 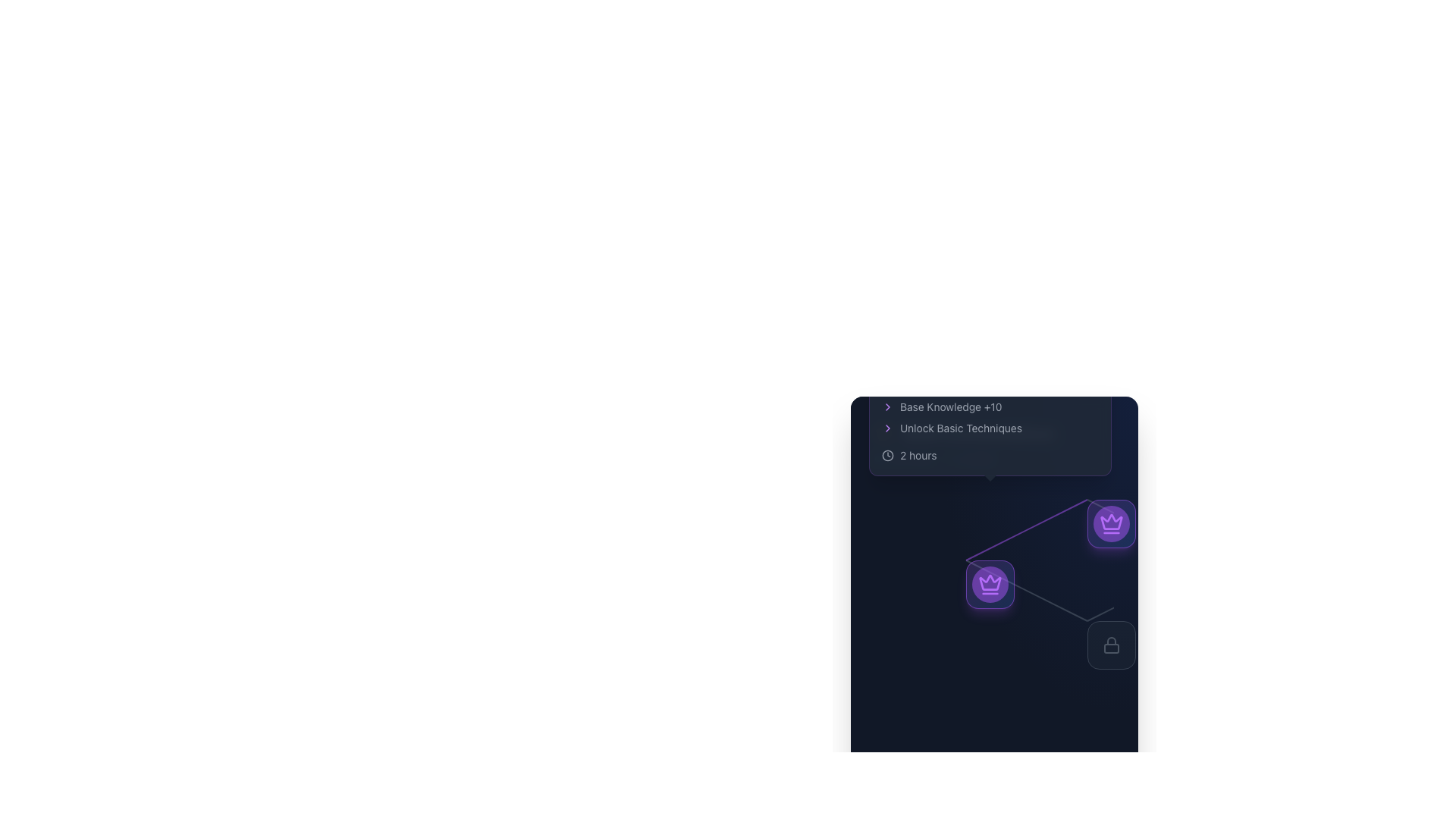 I want to click on the State indicator that shows 'Unlocked' or 'Locked' status within the 'Skill Constellation' section to get more information, so click(x=994, y=458).